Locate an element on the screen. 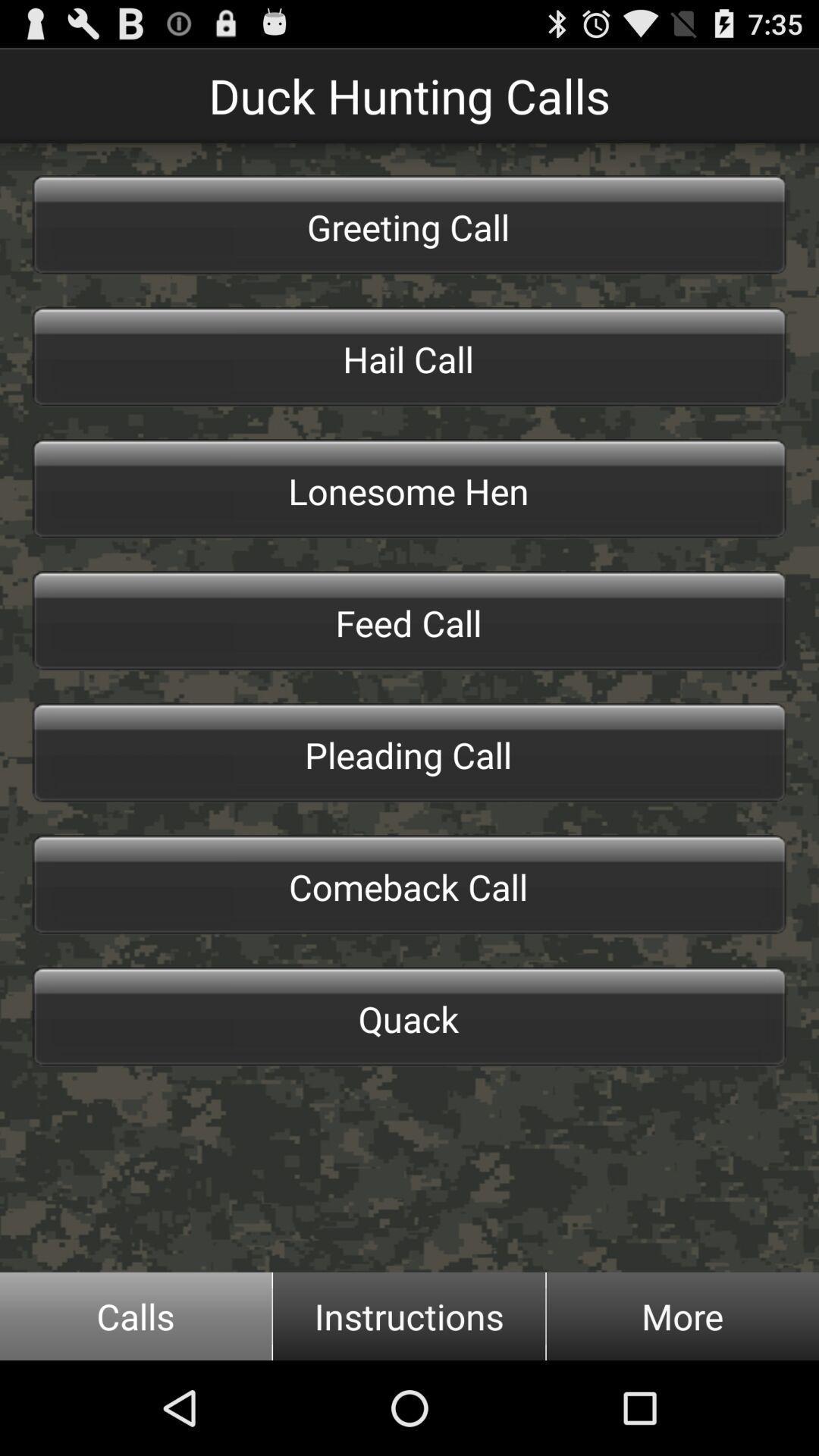  the button below the pleading call item is located at coordinates (409, 884).